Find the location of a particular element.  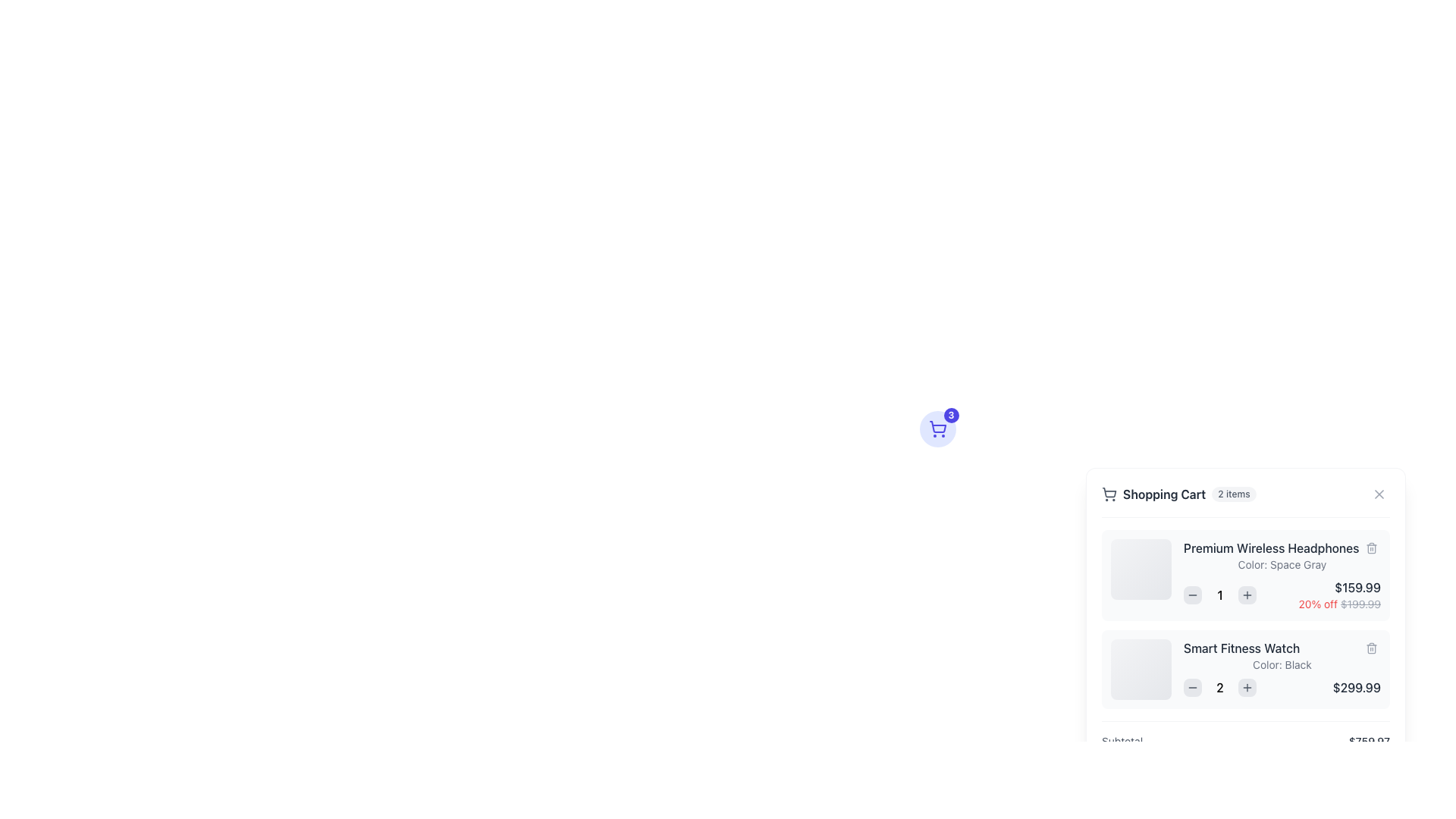

the image placeholder for 'Premium Wireless Headphones' in the shopping cart interface, which serves as a visual representation of the product is located at coordinates (1141, 570).